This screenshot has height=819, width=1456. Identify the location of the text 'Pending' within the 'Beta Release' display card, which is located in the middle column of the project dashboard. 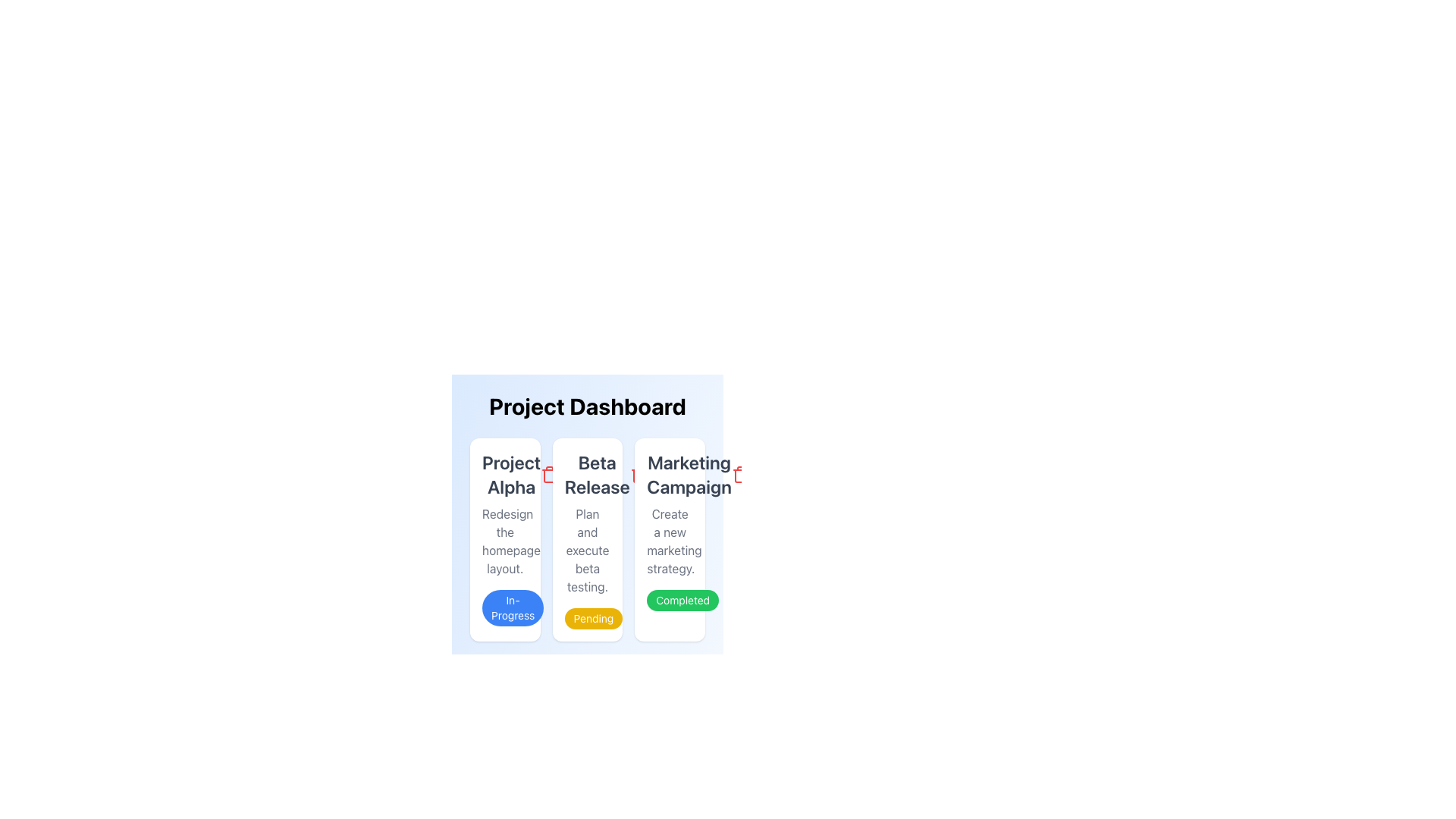
(586, 539).